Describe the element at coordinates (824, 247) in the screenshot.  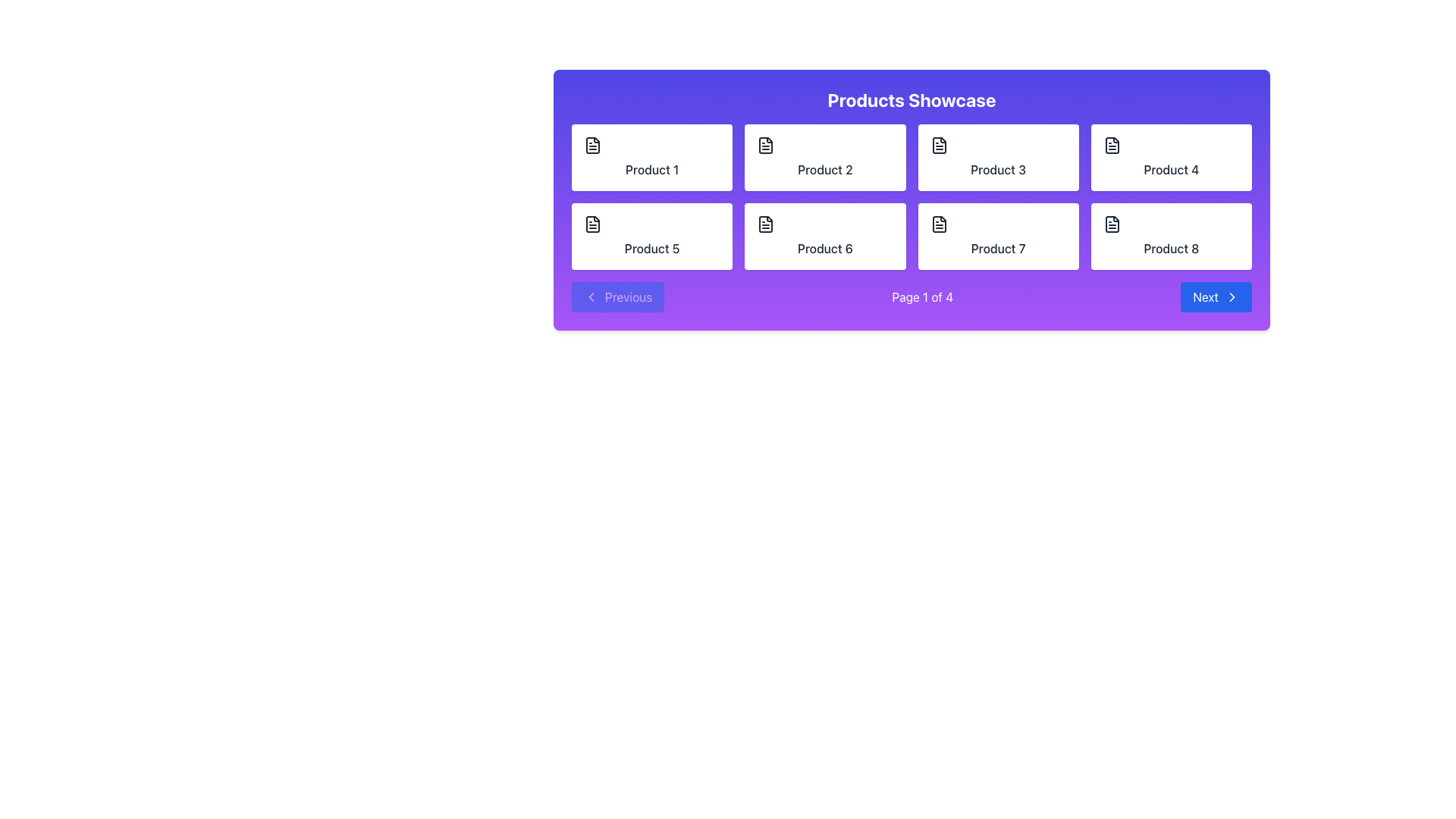
I see `the text label displaying 'Product 6' which is located at the bottom of the card component in the second row and first column of the grid under 'Products Showcase'` at that location.